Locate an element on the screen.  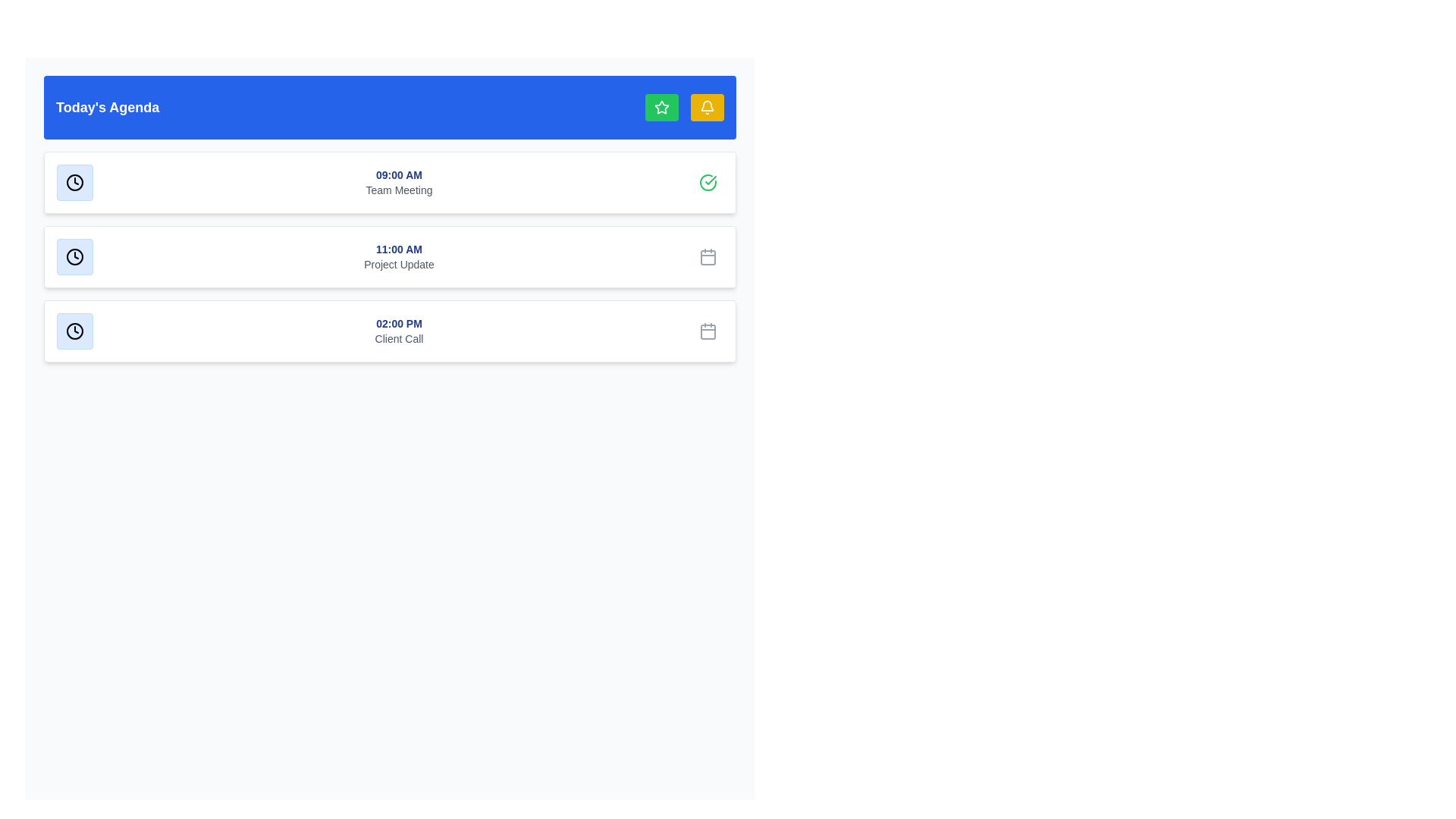
the blue square icon with rounded corners containing a clock symbol, located to the left of the '02:00 PM Client Call' agenda item is located at coordinates (74, 330).